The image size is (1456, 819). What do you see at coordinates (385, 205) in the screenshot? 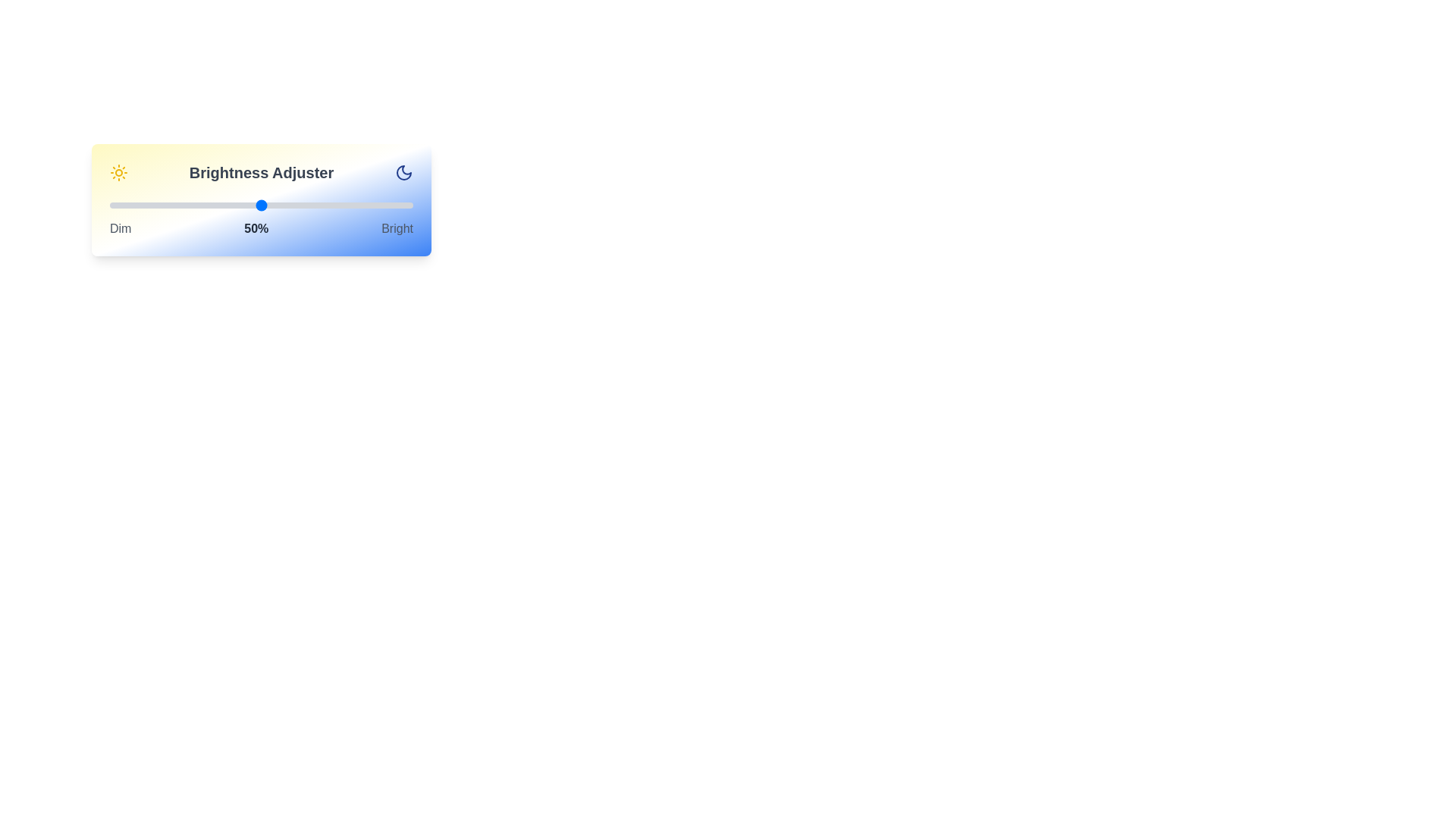
I see `the brightness slider to 91% to observe the gradient background changes` at bounding box center [385, 205].